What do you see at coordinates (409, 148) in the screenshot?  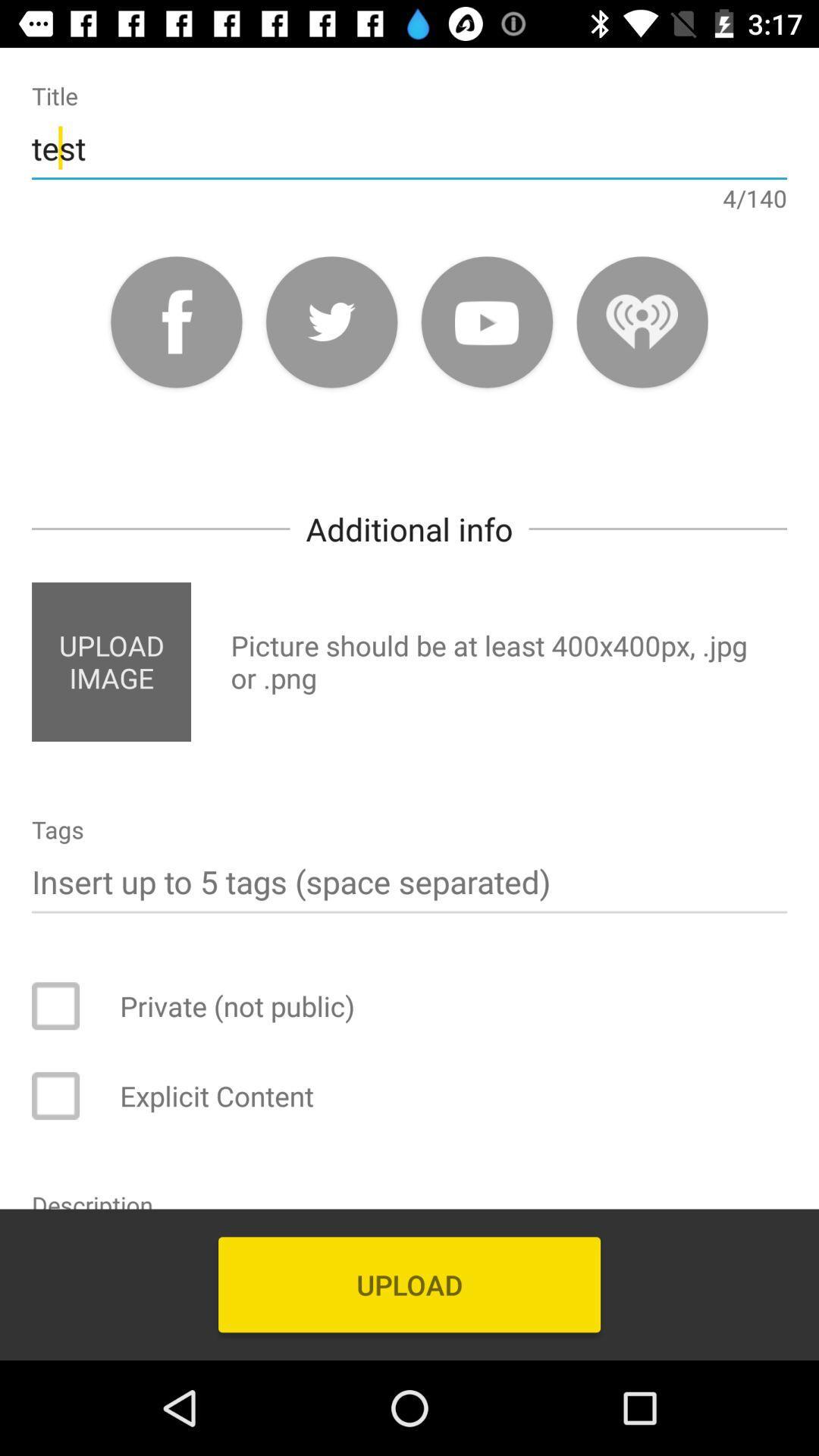 I see `the test icon` at bounding box center [409, 148].